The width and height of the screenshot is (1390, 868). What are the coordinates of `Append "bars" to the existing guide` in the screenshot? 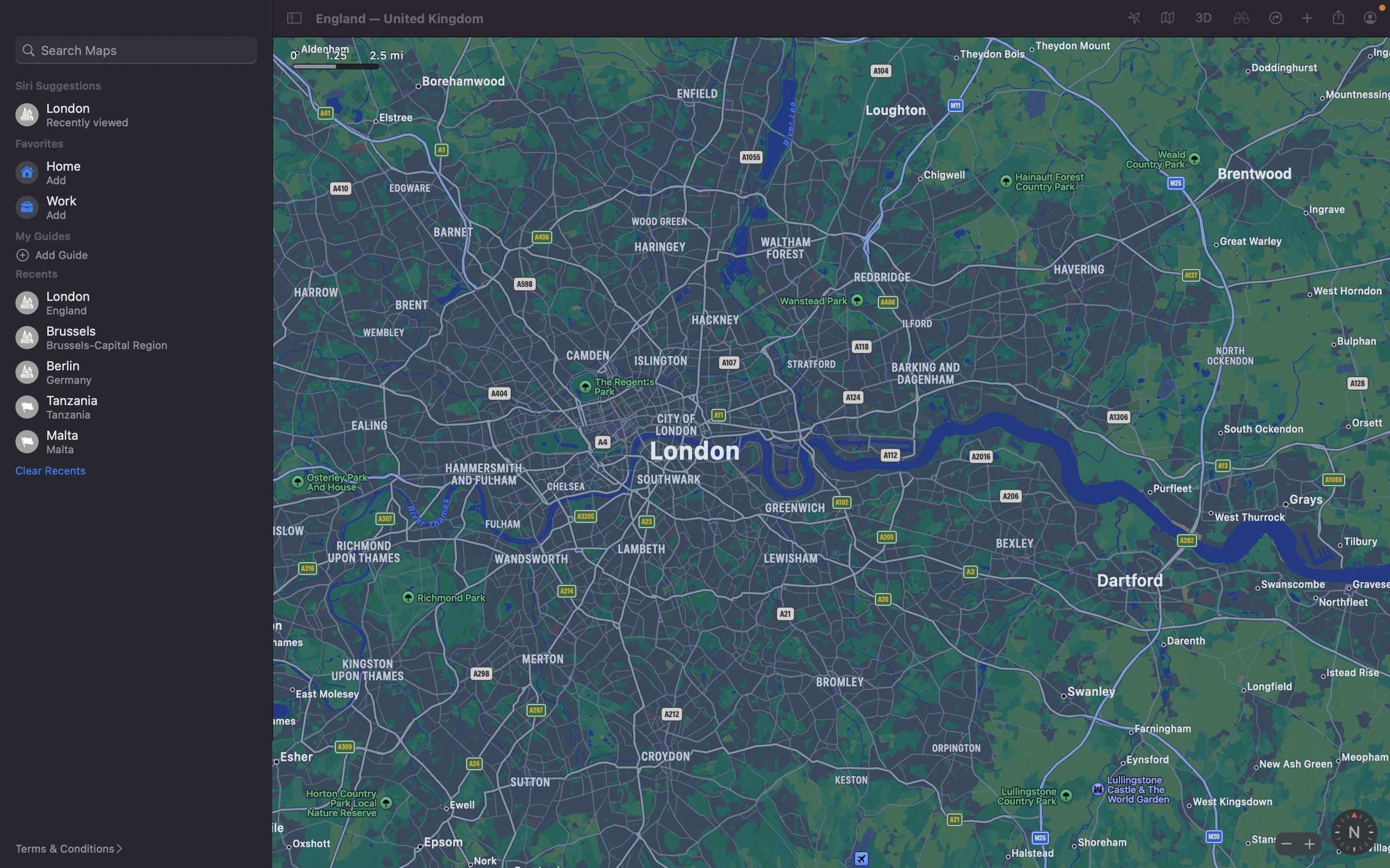 It's located at (140, 254).